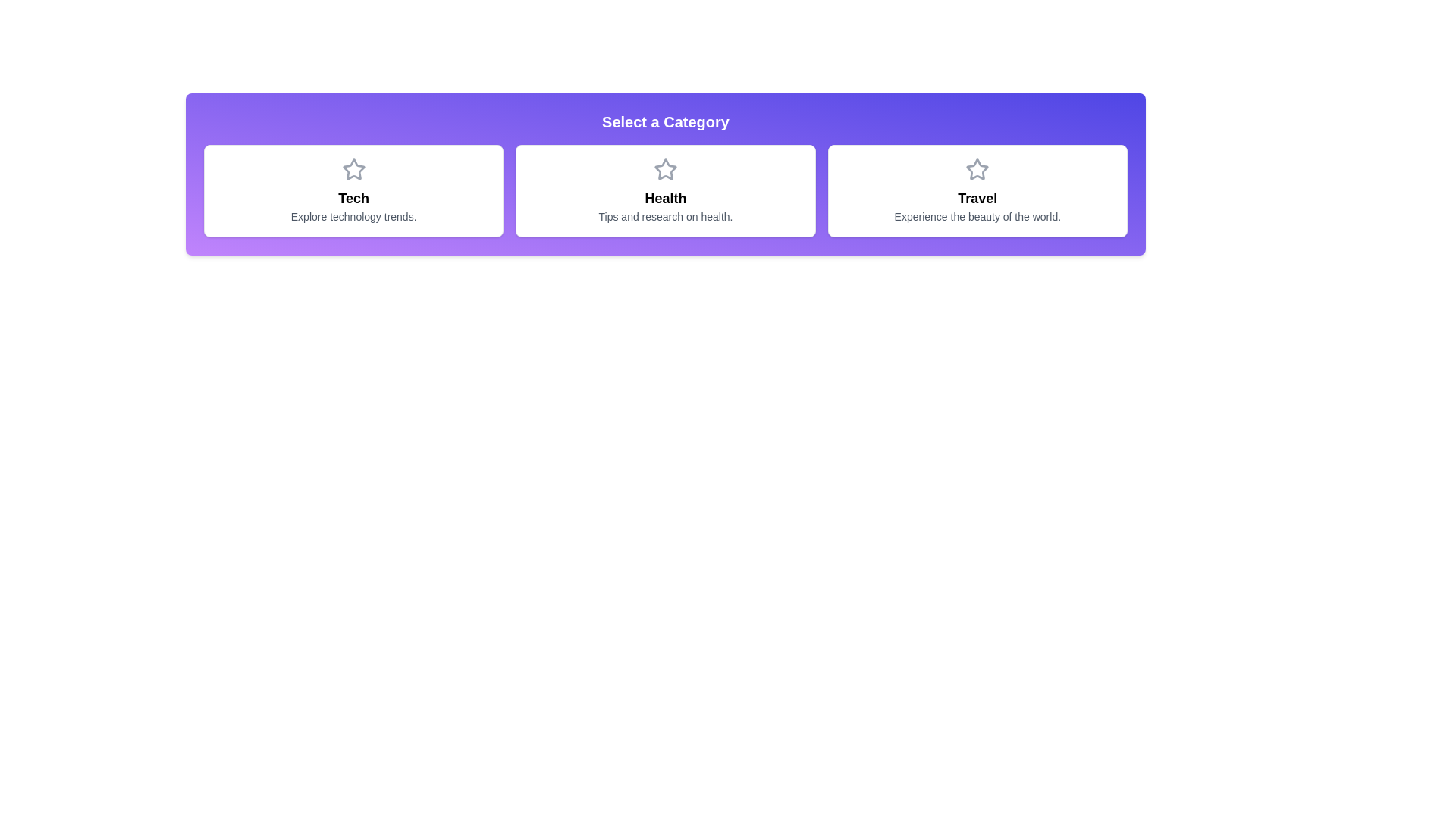  Describe the element at coordinates (666, 216) in the screenshot. I see `text string that says 'Tips and research on health.' which is located below the bolded heading 'Health' in the centered card` at that location.